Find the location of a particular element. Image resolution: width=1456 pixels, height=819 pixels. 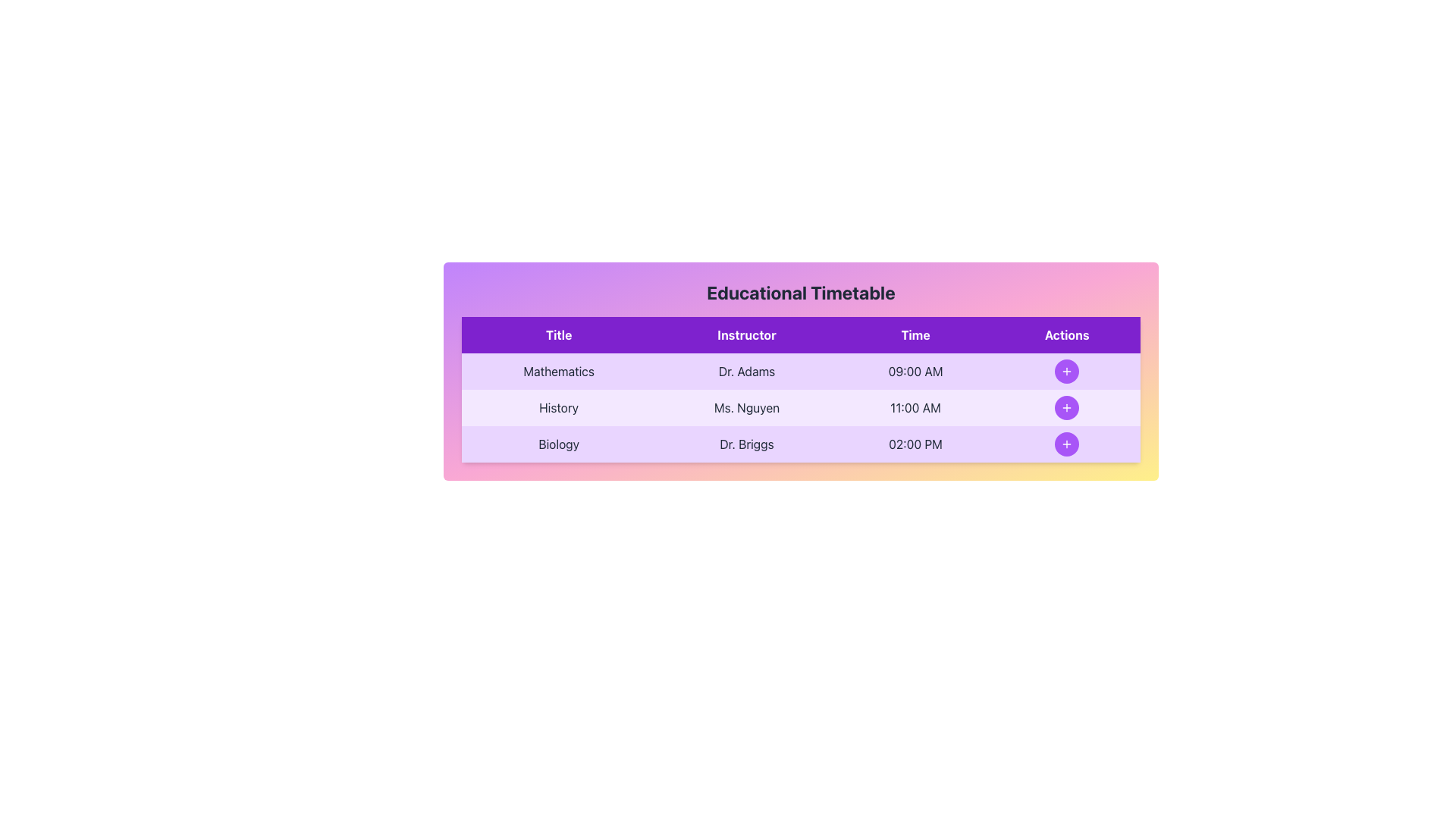

the header label for the instructors column located between the 'Title' and 'Time' columns in the timetable layout is located at coordinates (746, 334).